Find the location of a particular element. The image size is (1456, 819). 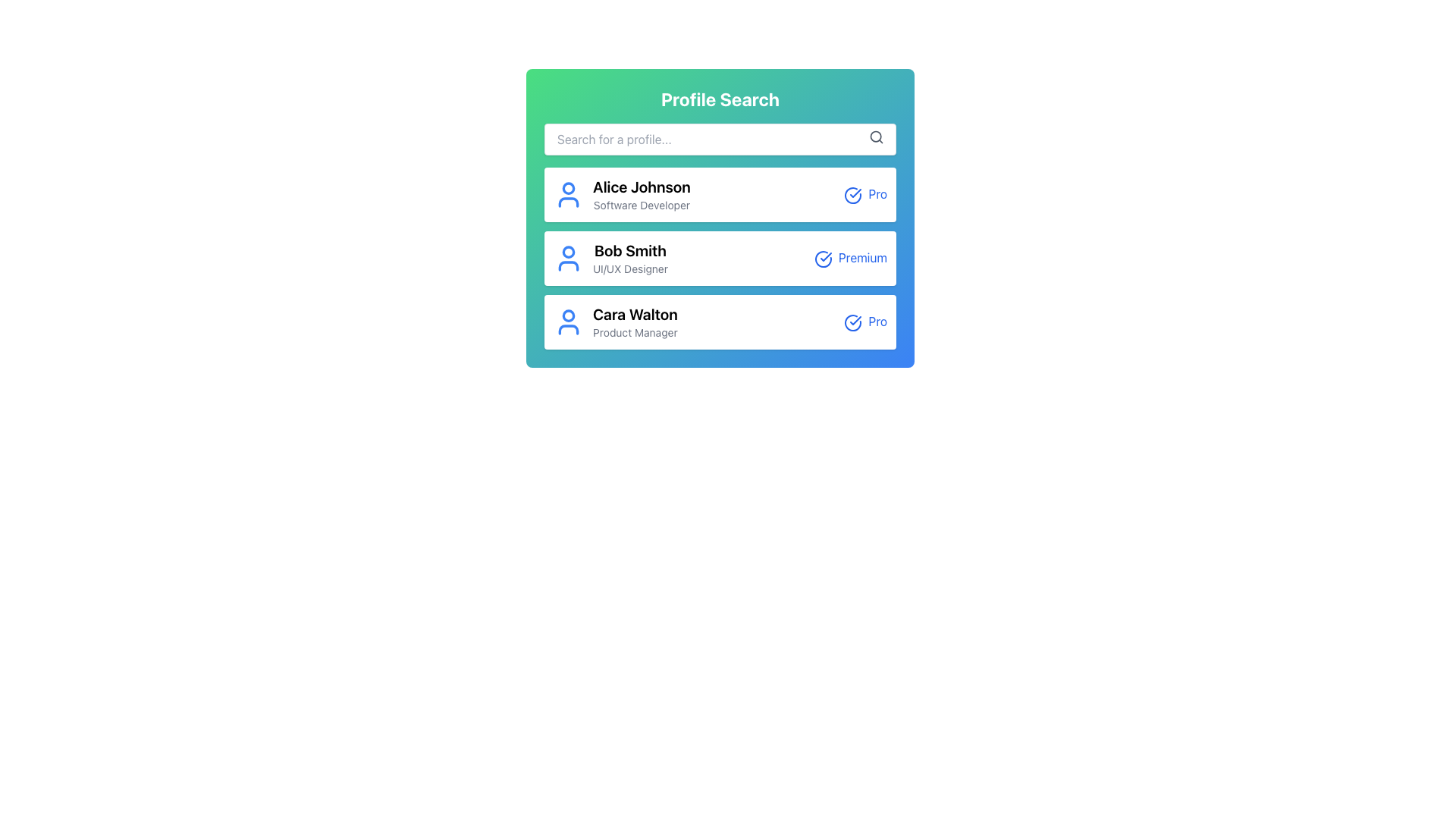

the small blue circular icon with a white outline located at the top center of the SVG icon representing 'Bob Smith' in the profile list is located at coordinates (567, 250).